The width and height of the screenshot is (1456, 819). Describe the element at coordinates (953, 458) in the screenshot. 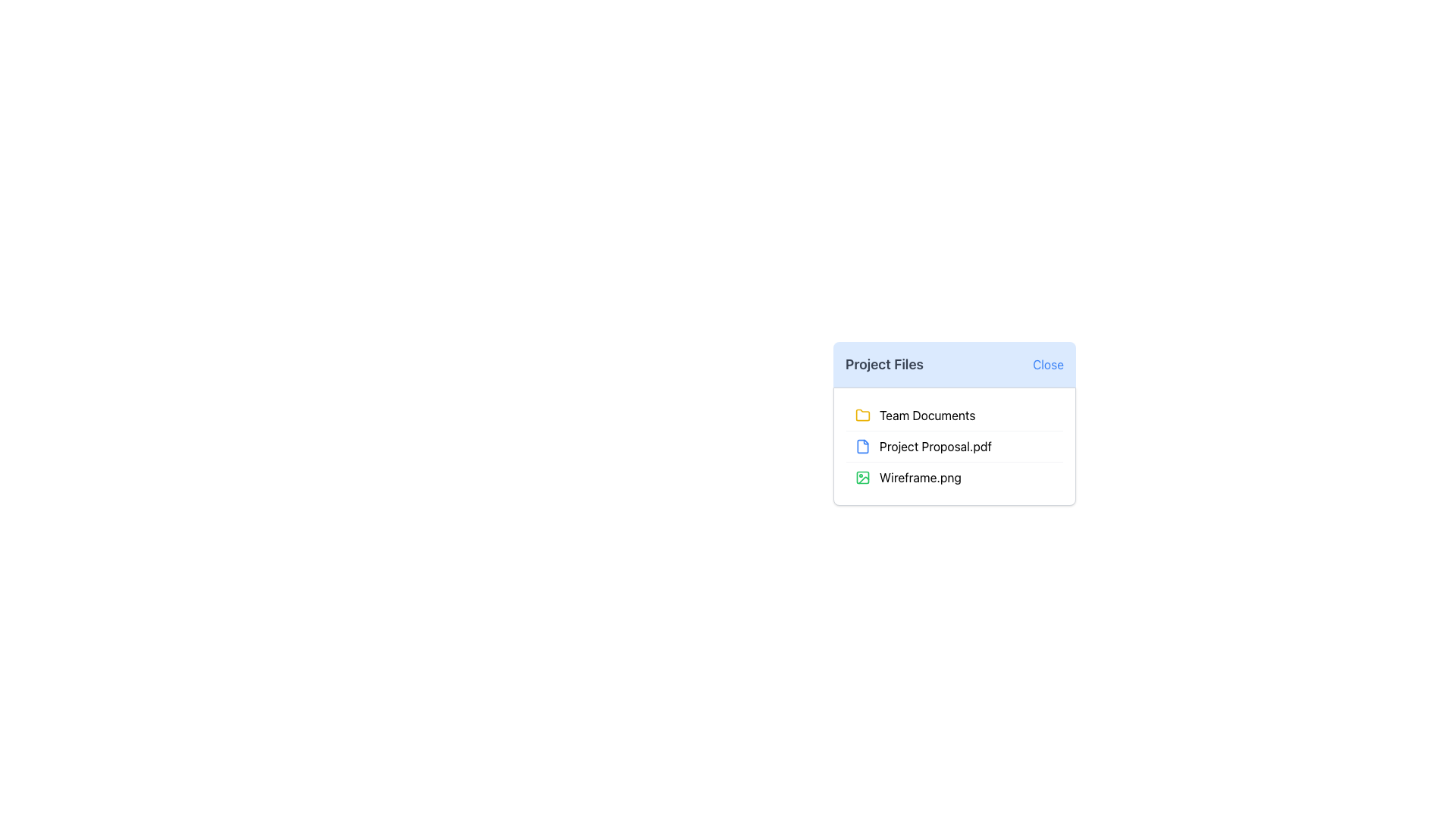

I see `the displayed file names in the 'Project Files' modal dialog` at that location.